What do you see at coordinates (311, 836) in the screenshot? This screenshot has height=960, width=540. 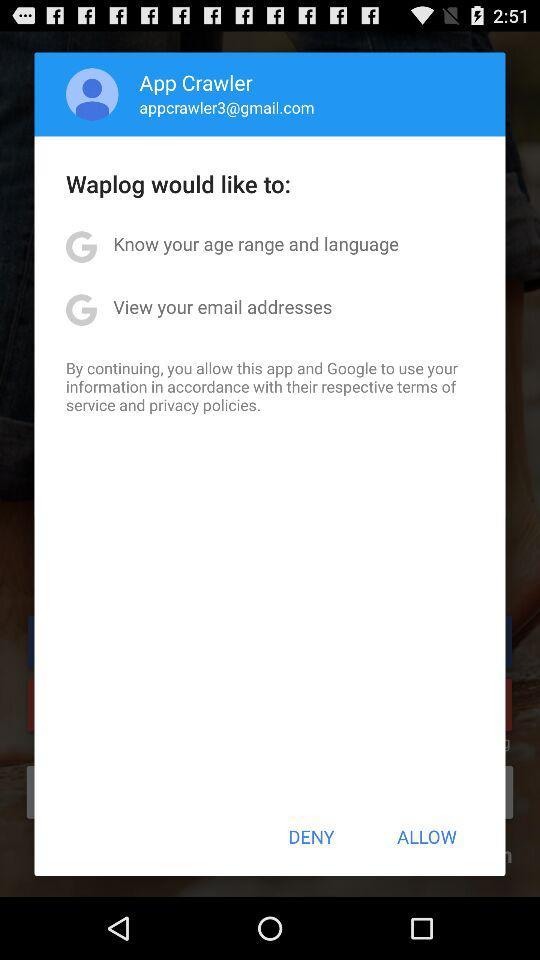 I see `item below the by continuing you app` at bounding box center [311, 836].